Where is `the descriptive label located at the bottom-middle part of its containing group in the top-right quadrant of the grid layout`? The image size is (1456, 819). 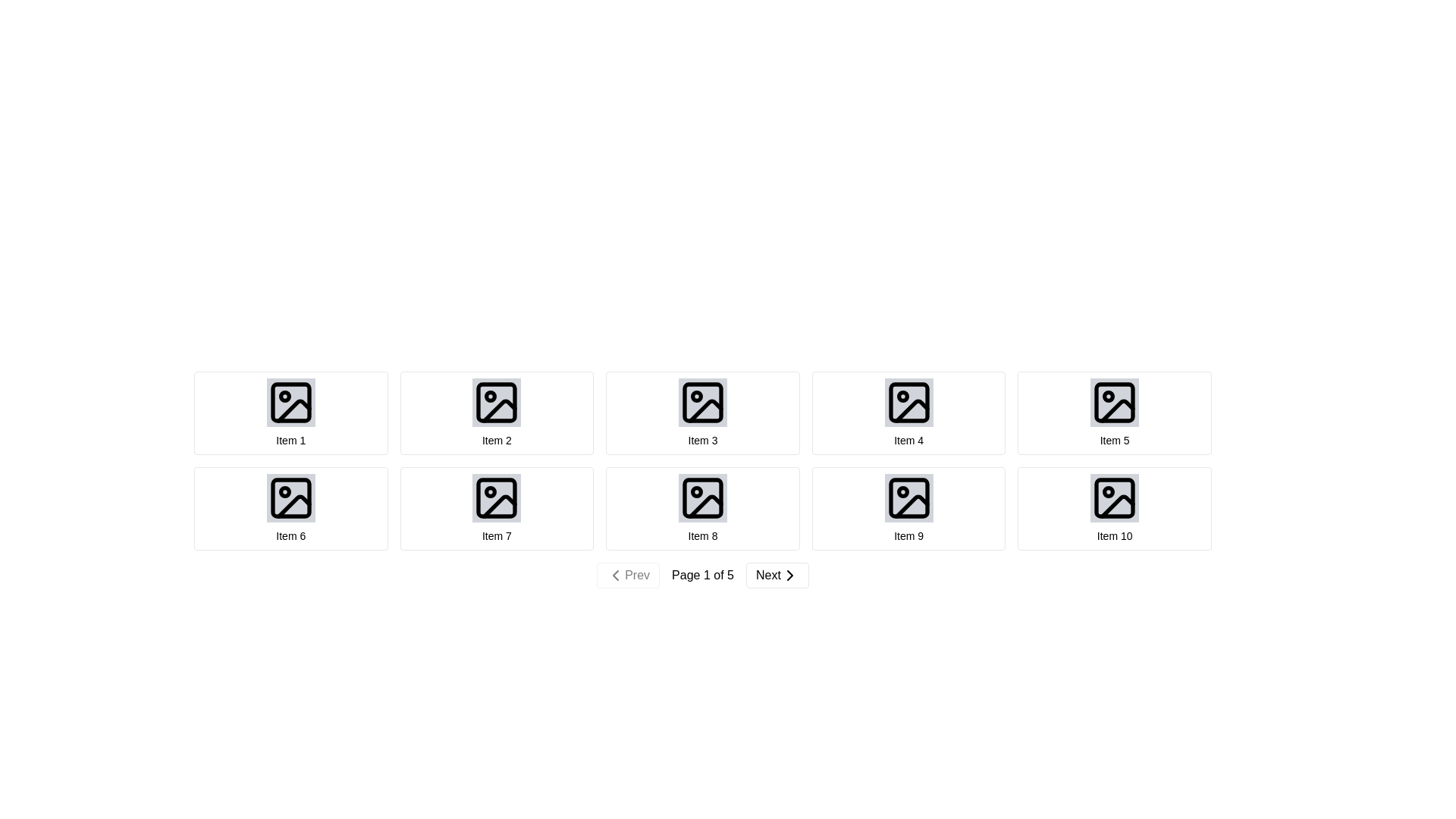 the descriptive label located at the bottom-middle part of its containing group in the top-right quadrant of the grid layout is located at coordinates (908, 441).